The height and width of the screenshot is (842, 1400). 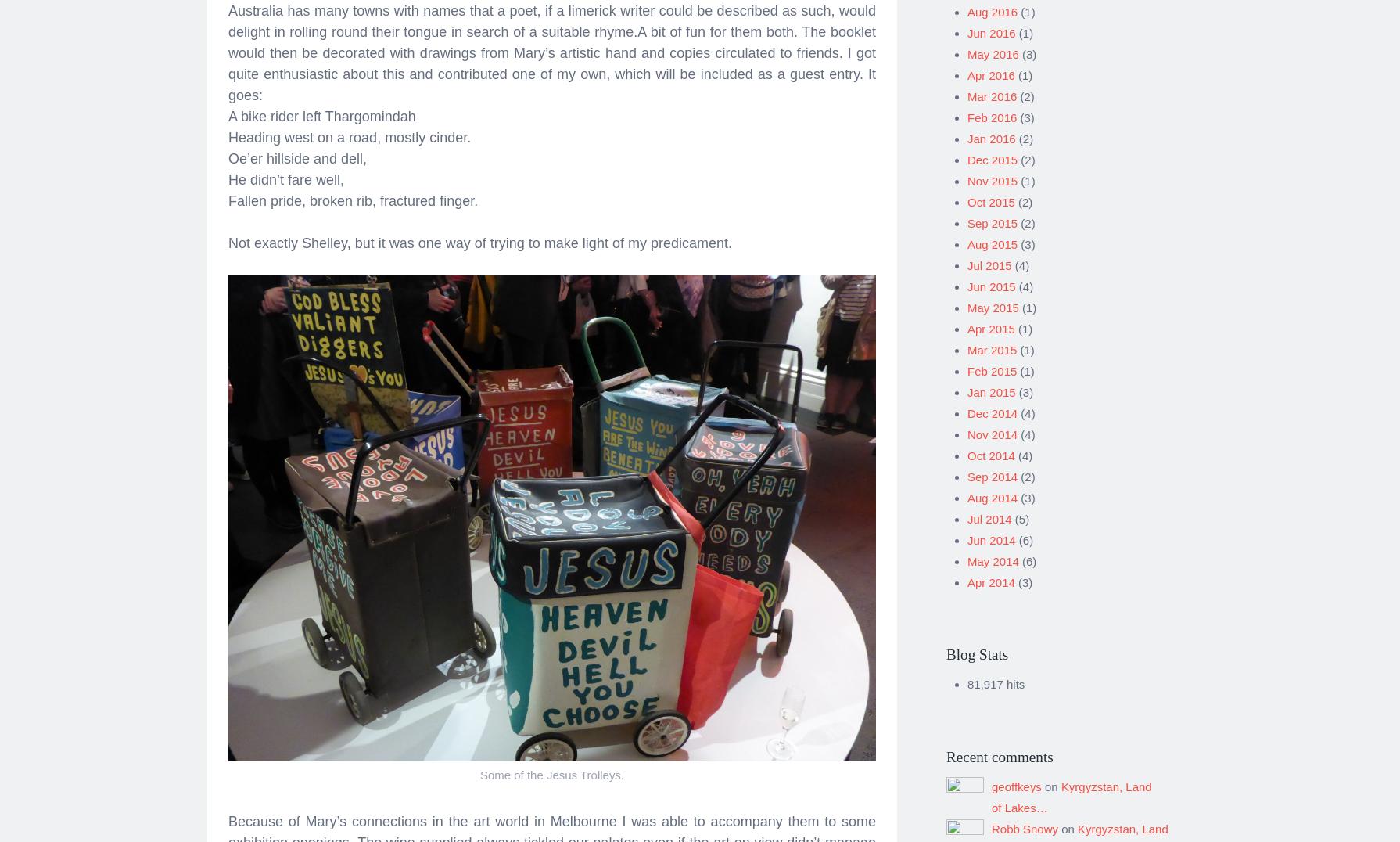 What do you see at coordinates (977, 648) in the screenshot?
I see `'Blog Stats'` at bounding box center [977, 648].